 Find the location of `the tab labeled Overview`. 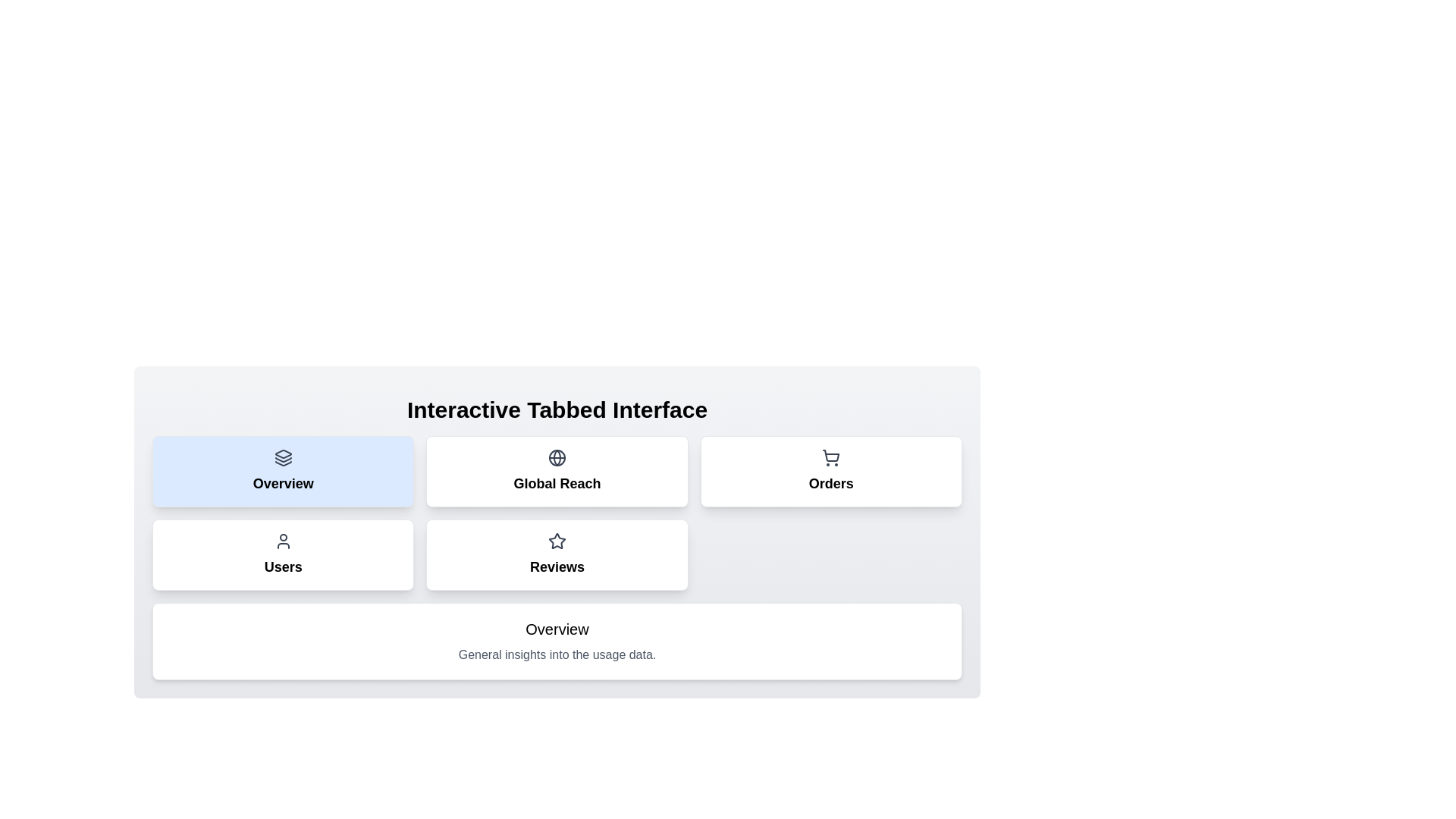

the tab labeled Overview is located at coordinates (283, 470).